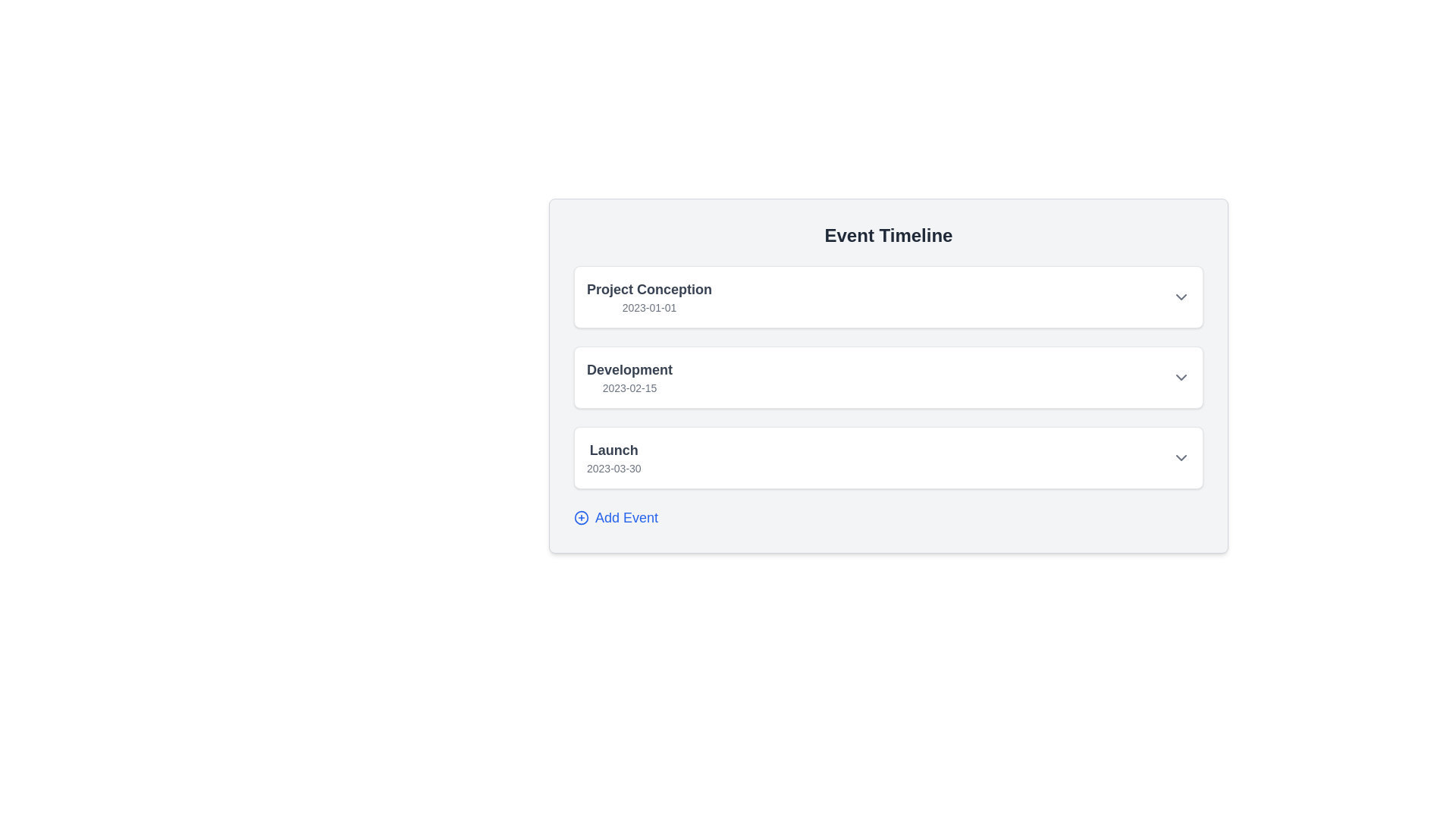 The height and width of the screenshot is (819, 1456). I want to click on the timeline event labeled 'Launch' with the date '2023-03-30', so click(888, 457).